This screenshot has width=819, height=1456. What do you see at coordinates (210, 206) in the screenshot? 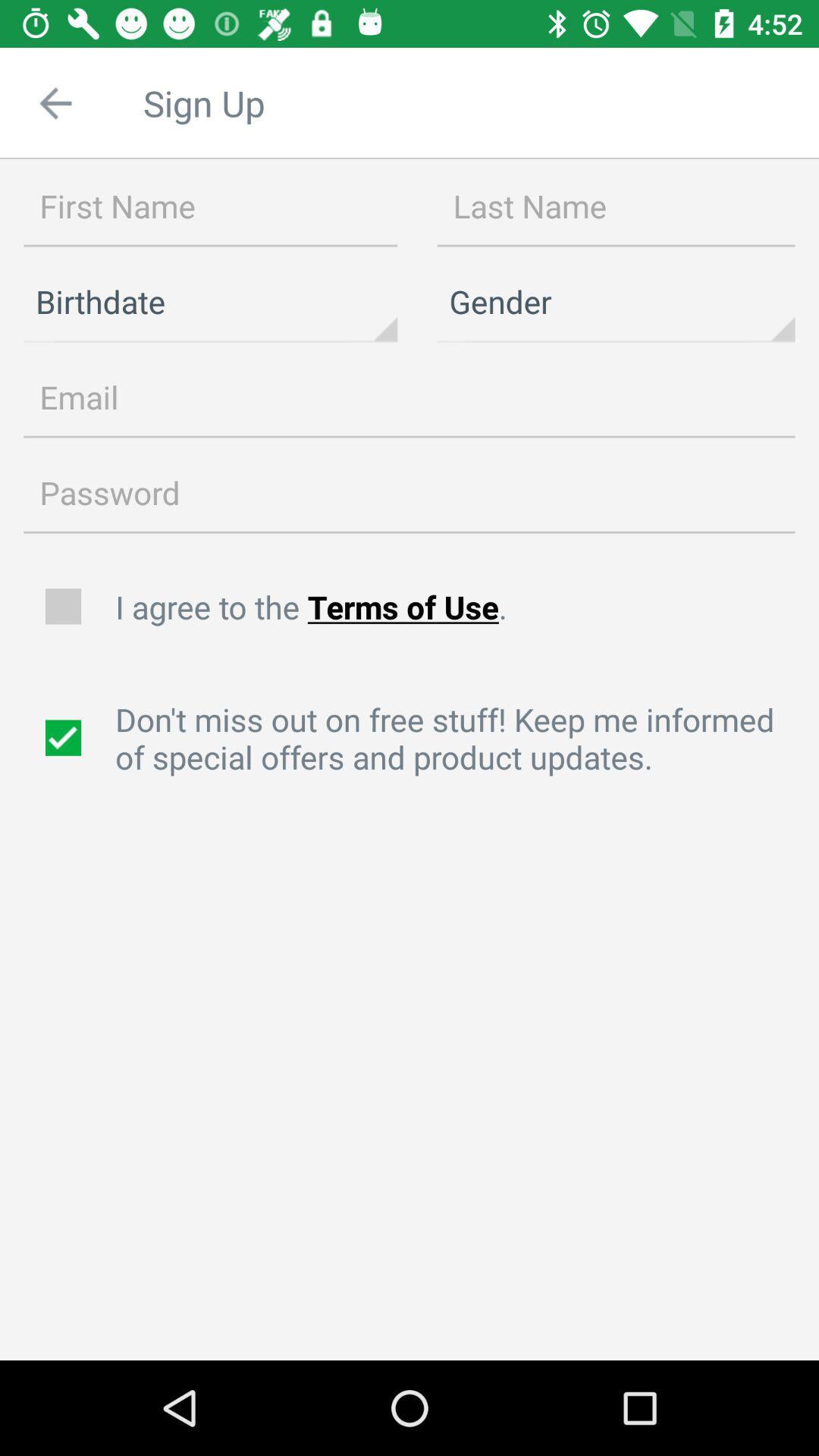
I see `name field` at bounding box center [210, 206].